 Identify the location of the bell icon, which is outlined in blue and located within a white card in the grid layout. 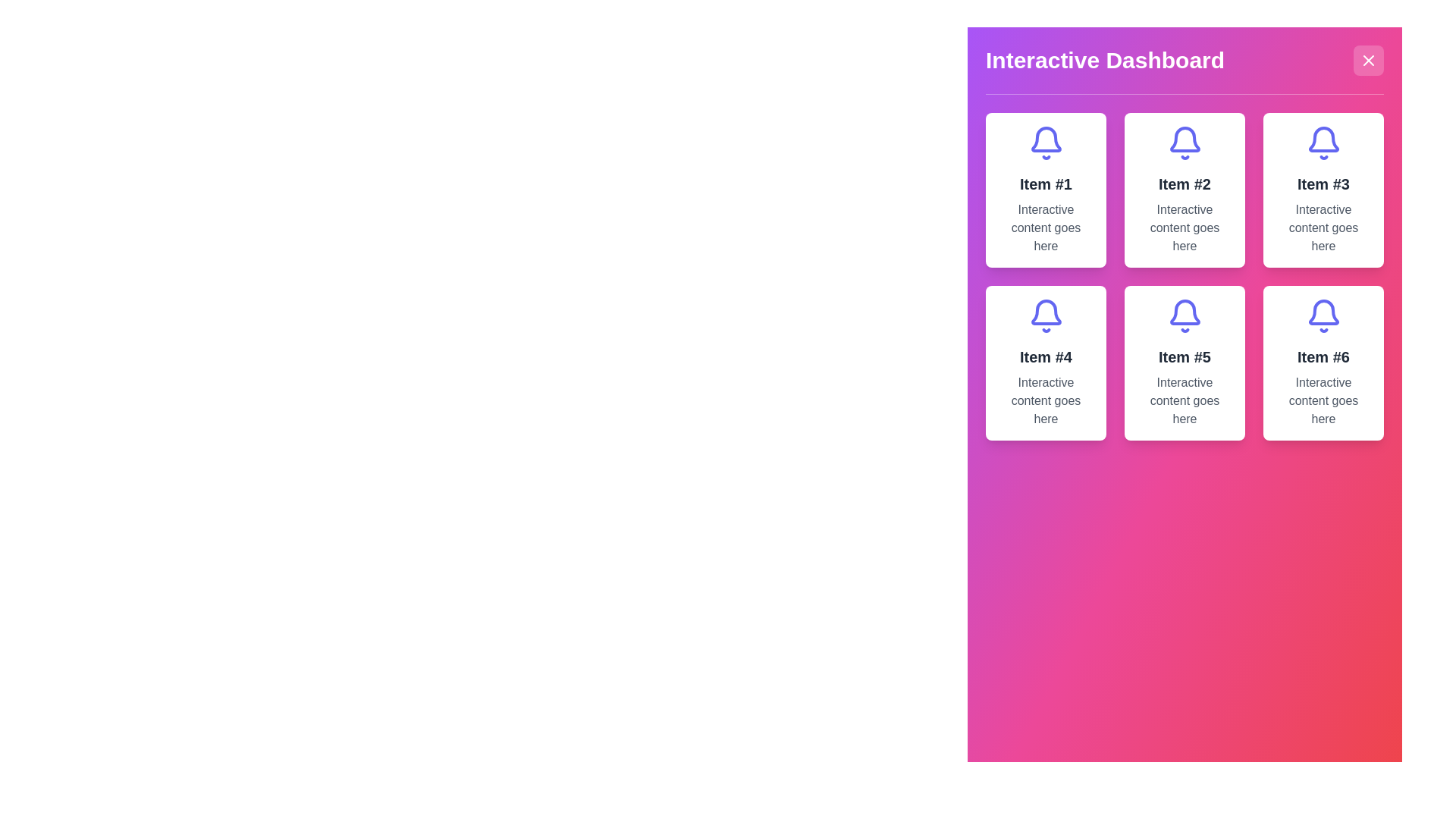
(1045, 312).